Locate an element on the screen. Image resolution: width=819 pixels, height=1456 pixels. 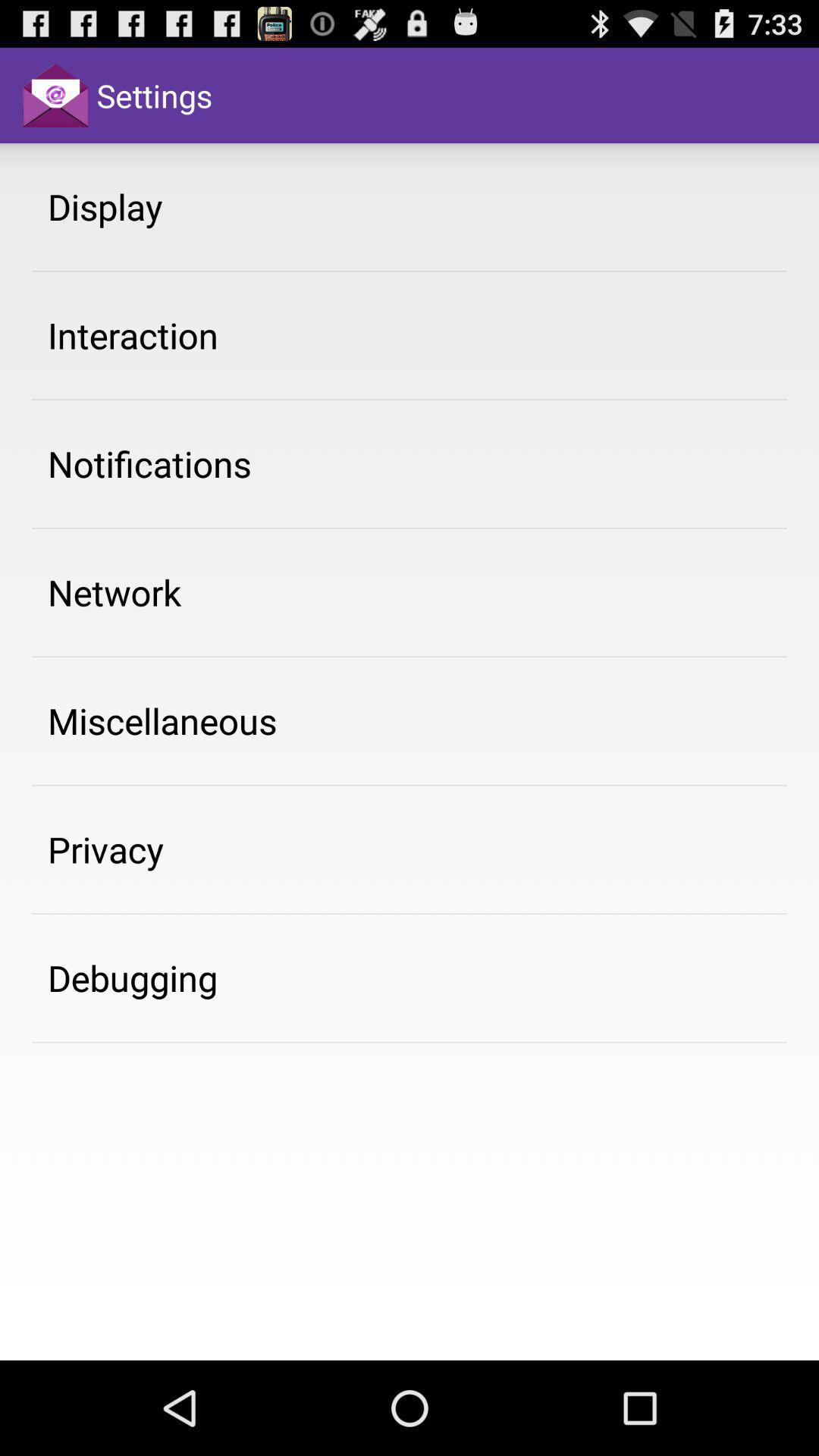
network is located at coordinates (114, 591).